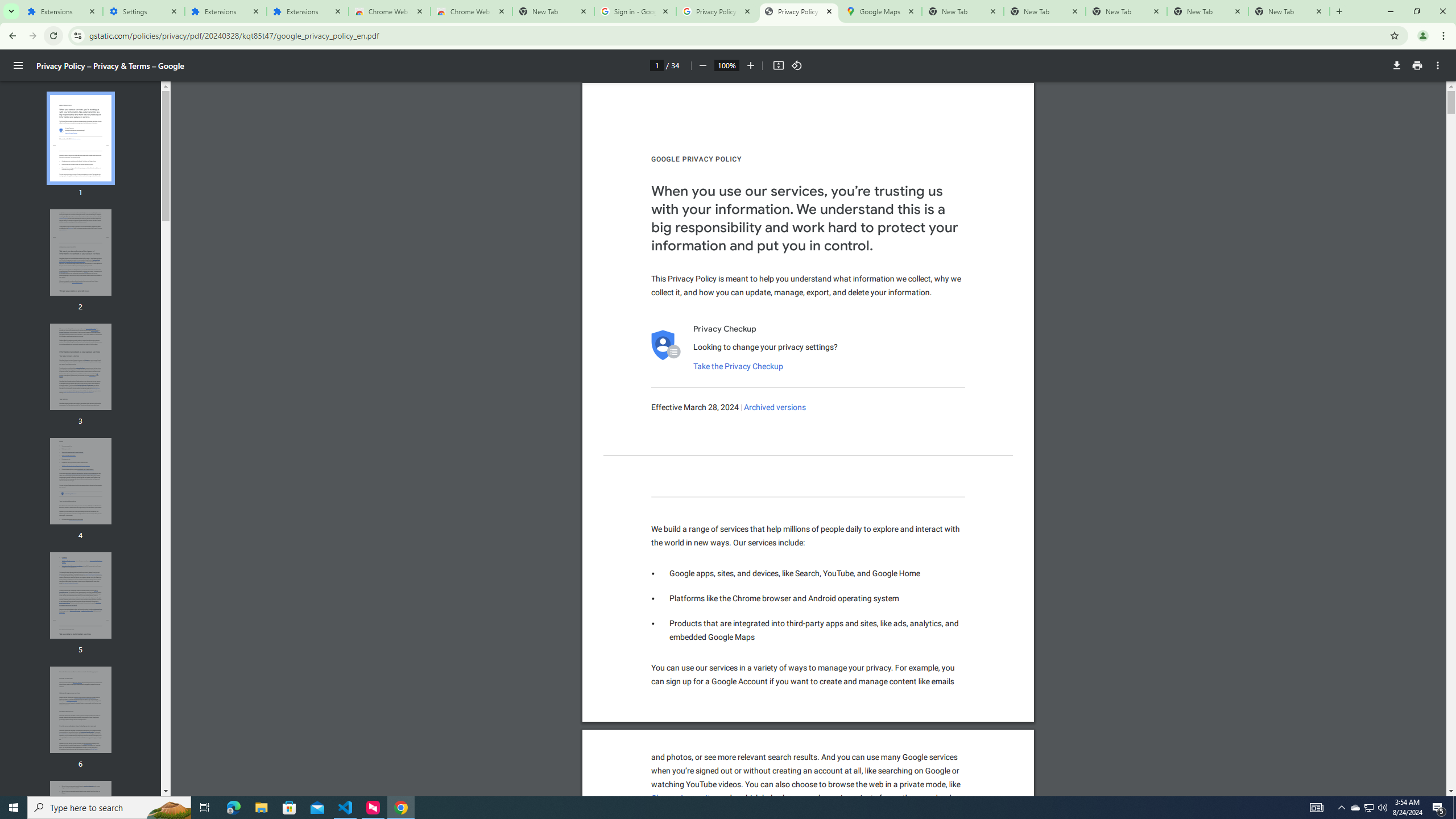 Image resolution: width=1456 pixels, height=819 pixels. I want to click on 'Page number', so click(656, 65).